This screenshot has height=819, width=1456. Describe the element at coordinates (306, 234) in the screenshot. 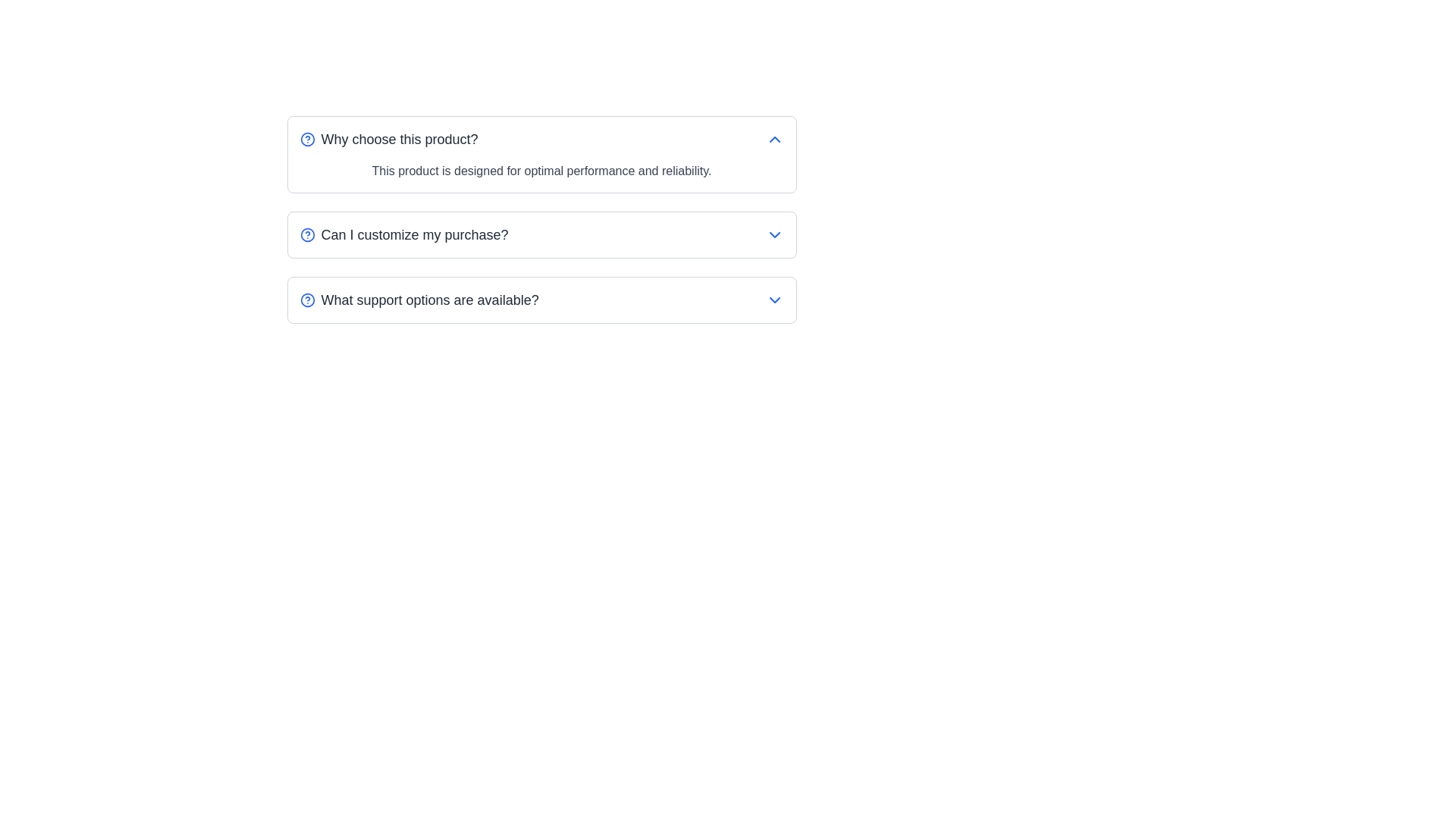

I see `the informational or help icon located to the left of the text 'Can I customize my purchase?'` at that location.